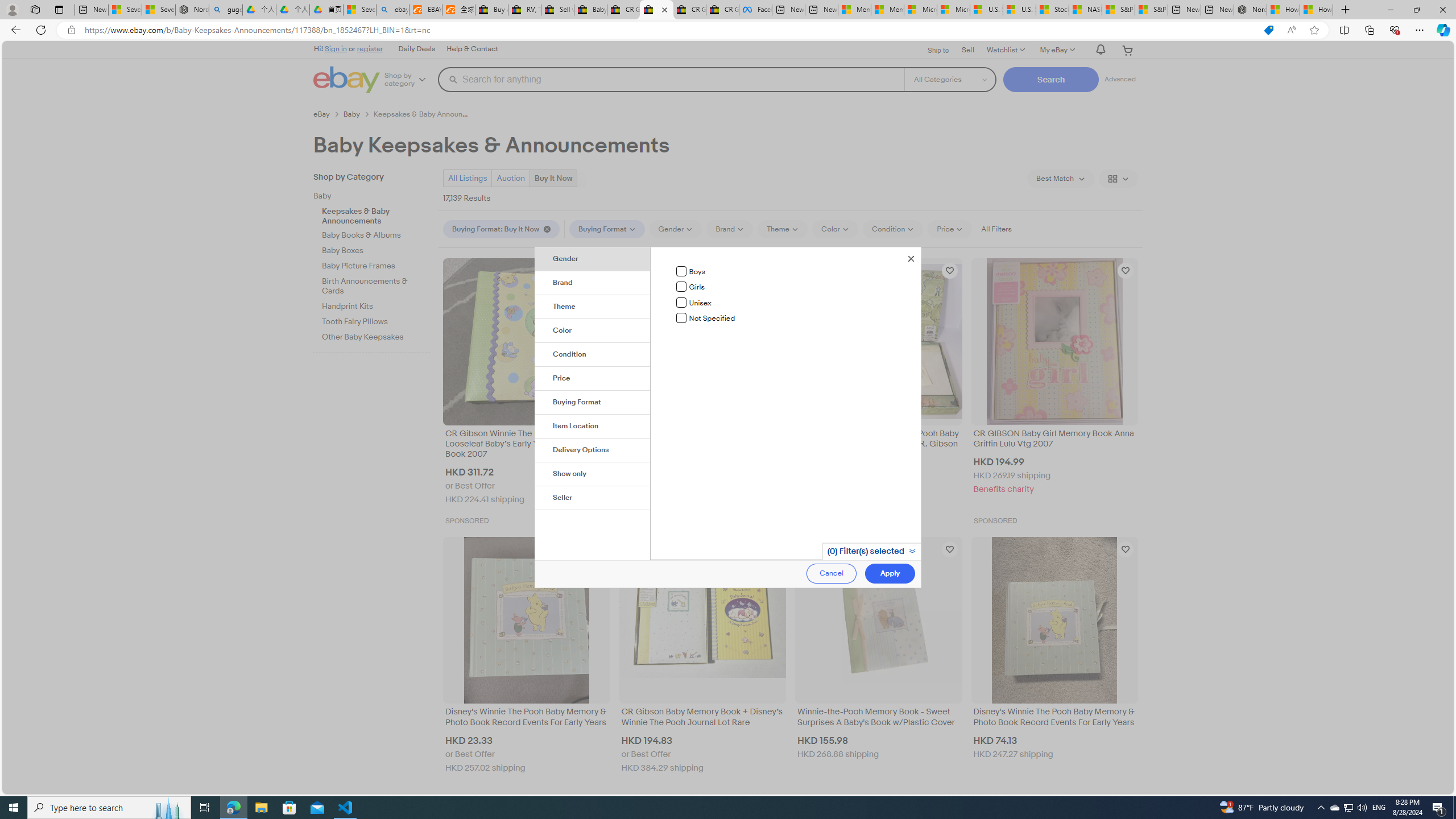 This screenshot has height=819, width=1456. Describe the element at coordinates (681, 286) in the screenshot. I see `'Girls'` at that location.